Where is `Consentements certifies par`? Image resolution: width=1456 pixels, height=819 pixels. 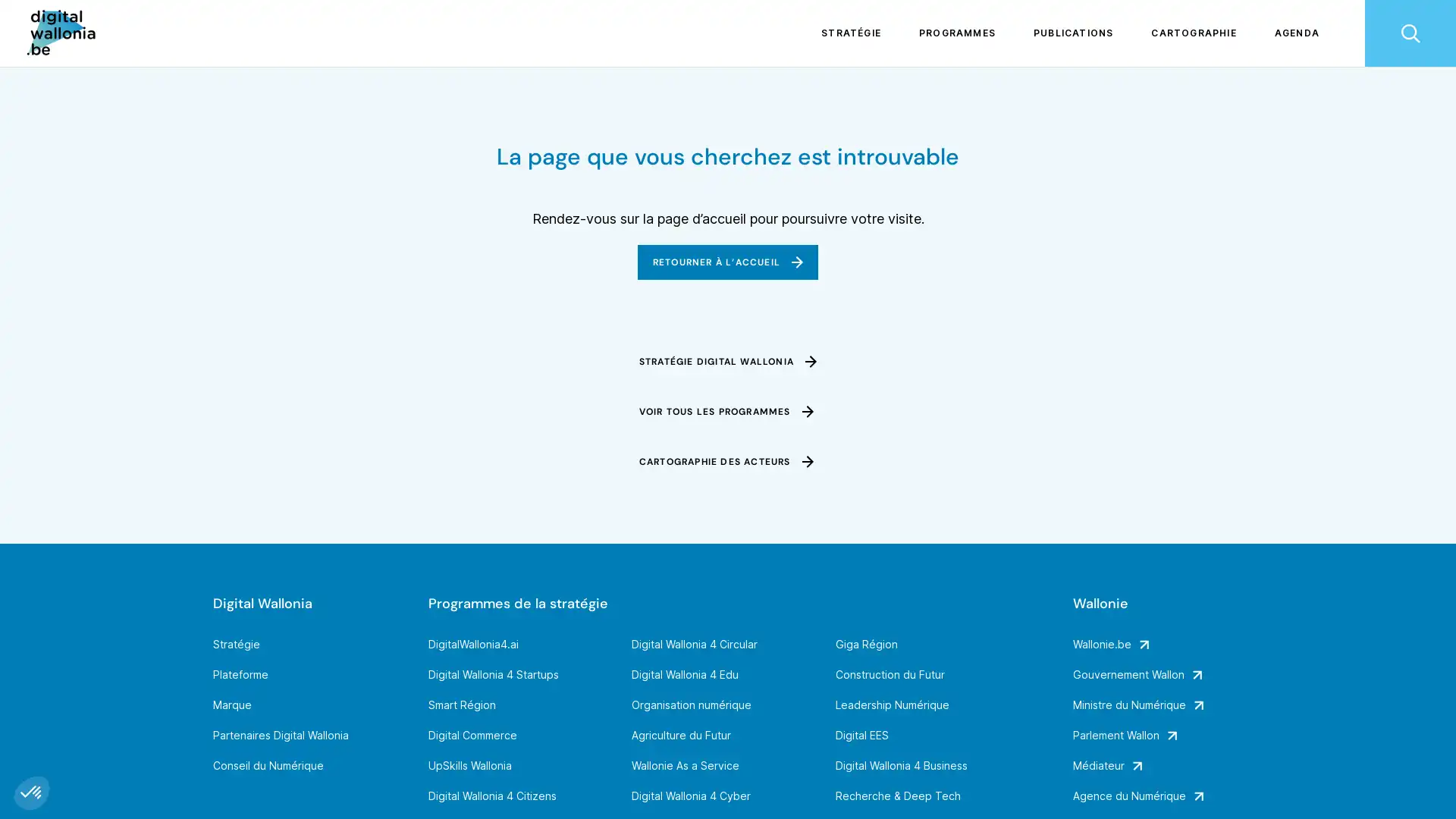 Consentements certifies par is located at coordinates (174, 716).